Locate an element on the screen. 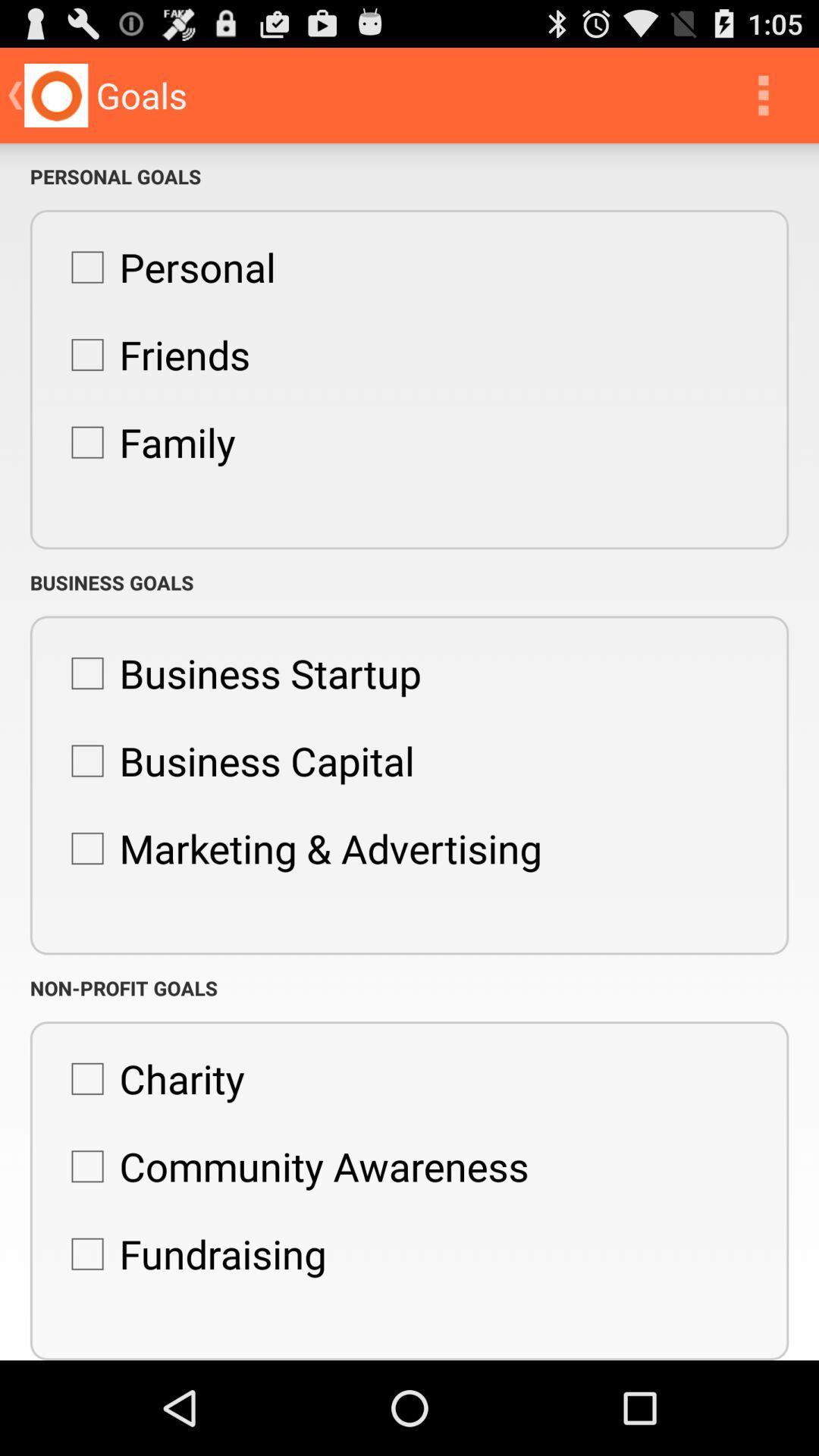 Image resolution: width=819 pixels, height=1456 pixels. the business startup is located at coordinates (238, 673).